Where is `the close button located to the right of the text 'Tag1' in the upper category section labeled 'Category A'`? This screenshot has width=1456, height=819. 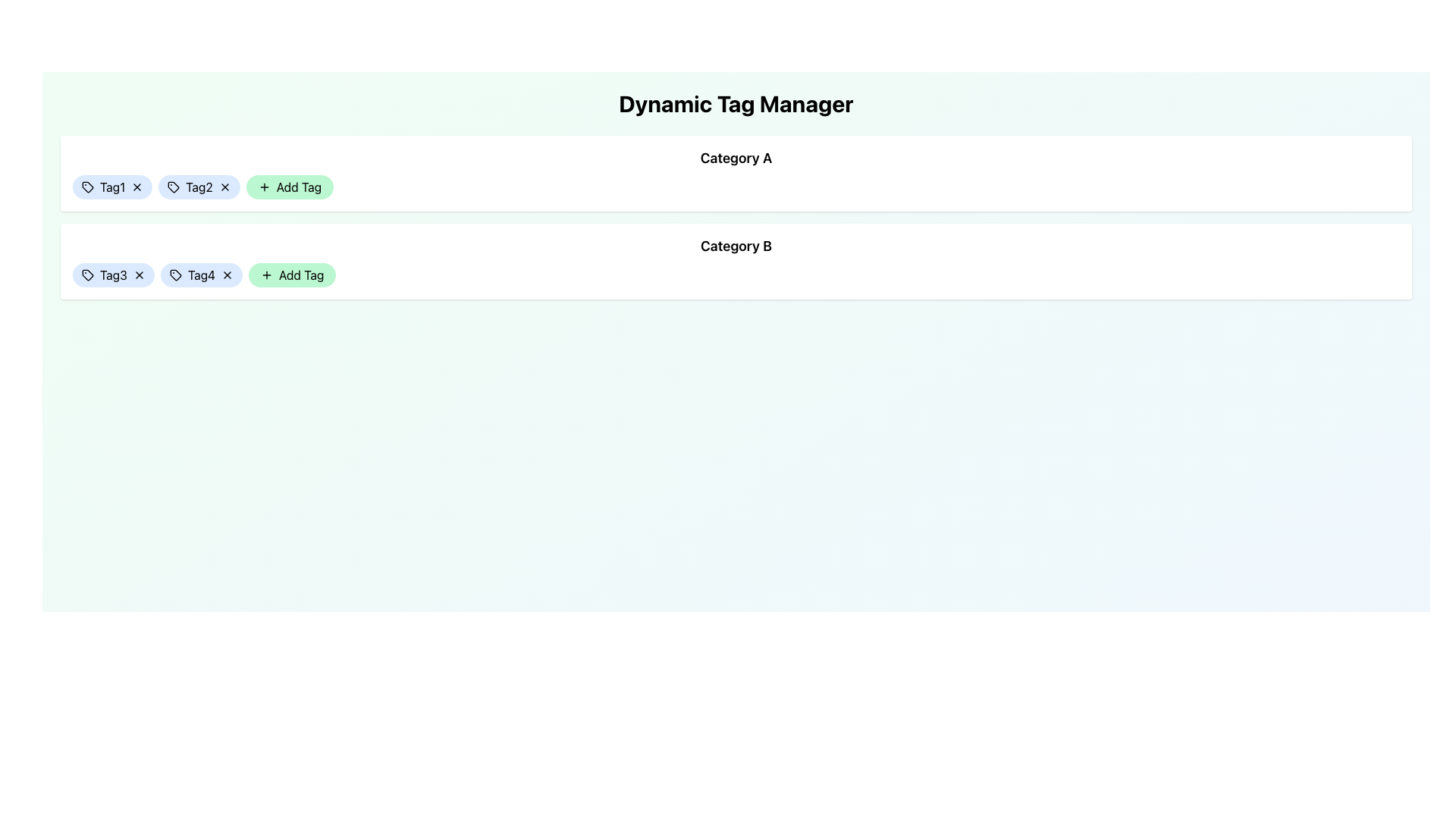 the close button located to the right of the text 'Tag1' in the upper category section labeled 'Category A' is located at coordinates (137, 186).